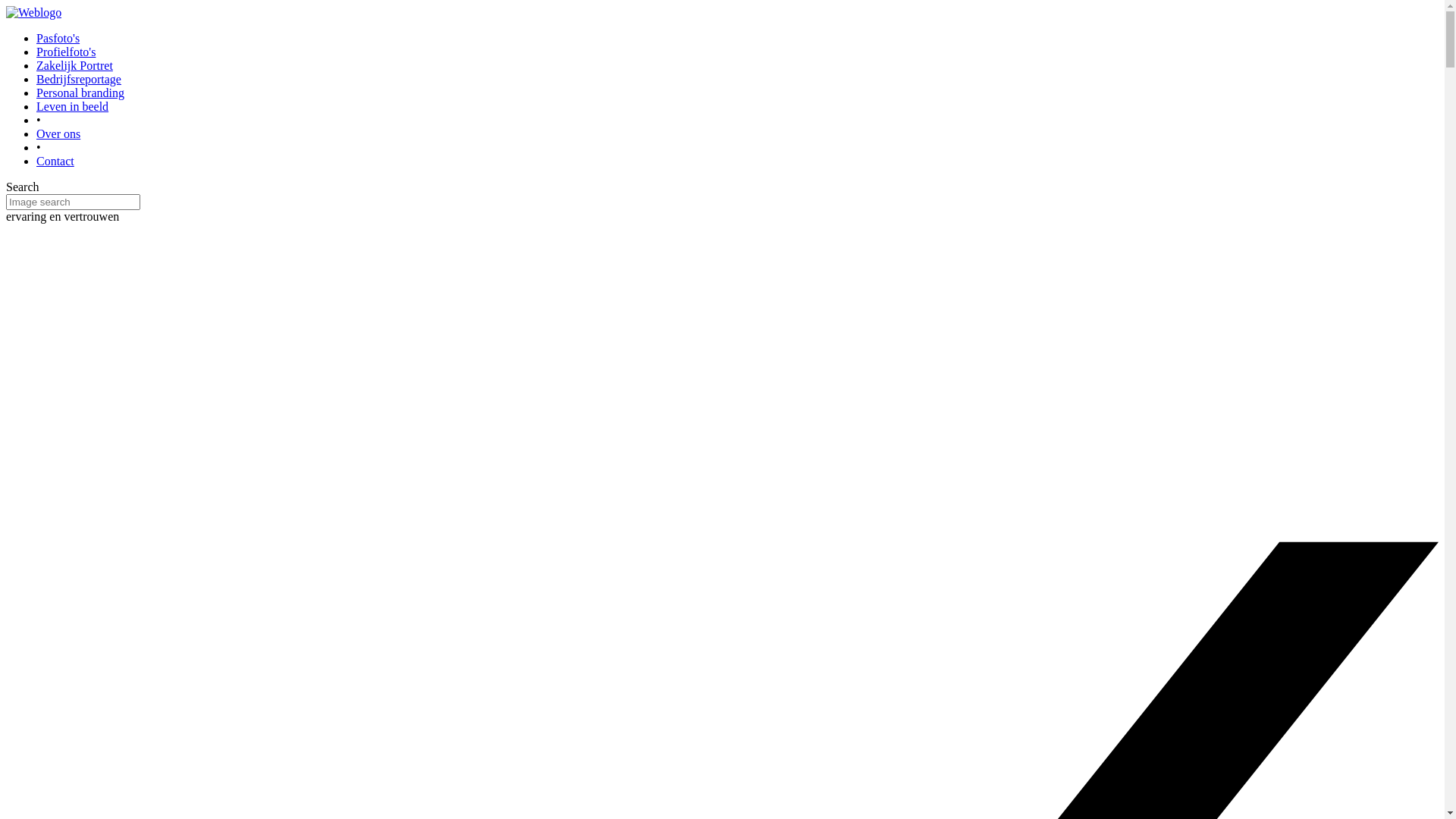  What do you see at coordinates (36, 79) in the screenshot?
I see `'Bedrijfsreportage'` at bounding box center [36, 79].